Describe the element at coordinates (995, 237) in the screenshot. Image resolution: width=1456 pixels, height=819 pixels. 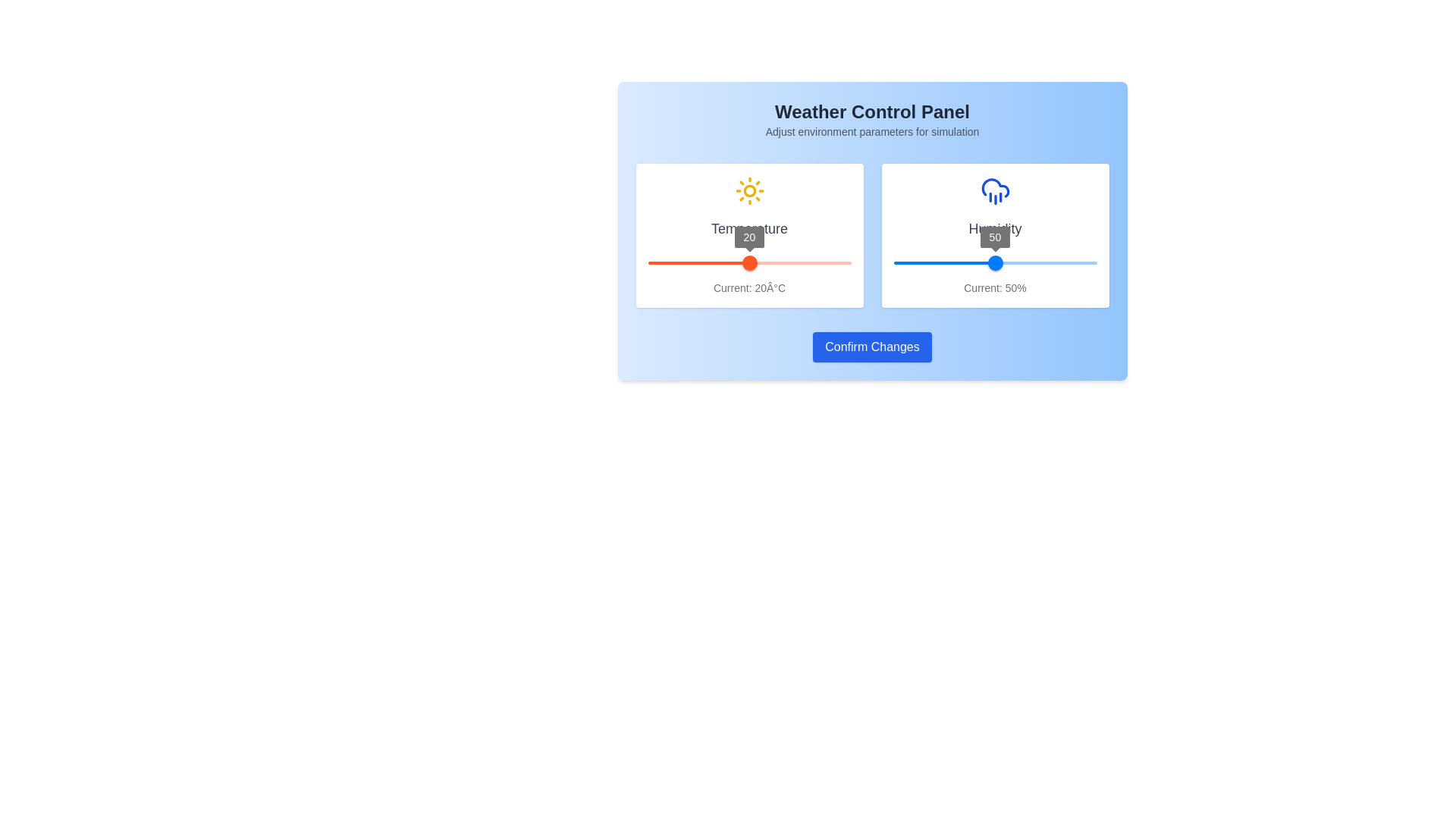
I see `the tooltip displaying the value '50' above the 'Humidity' slider handle as the slider moves` at that location.